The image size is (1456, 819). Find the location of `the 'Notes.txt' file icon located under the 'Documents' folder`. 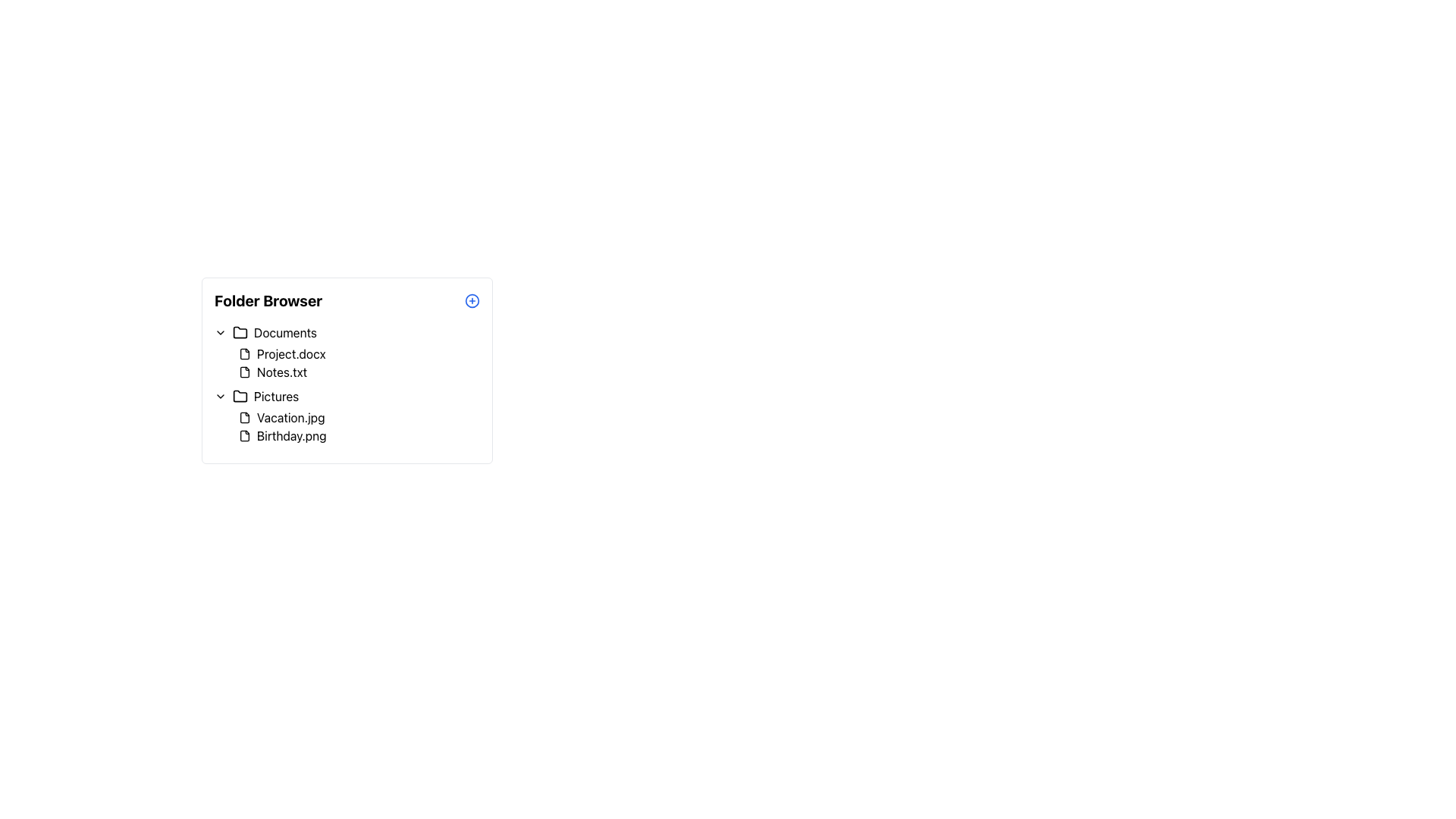

the 'Notes.txt' file icon located under the 'Documents' folder is located at coordinates (244, 372).